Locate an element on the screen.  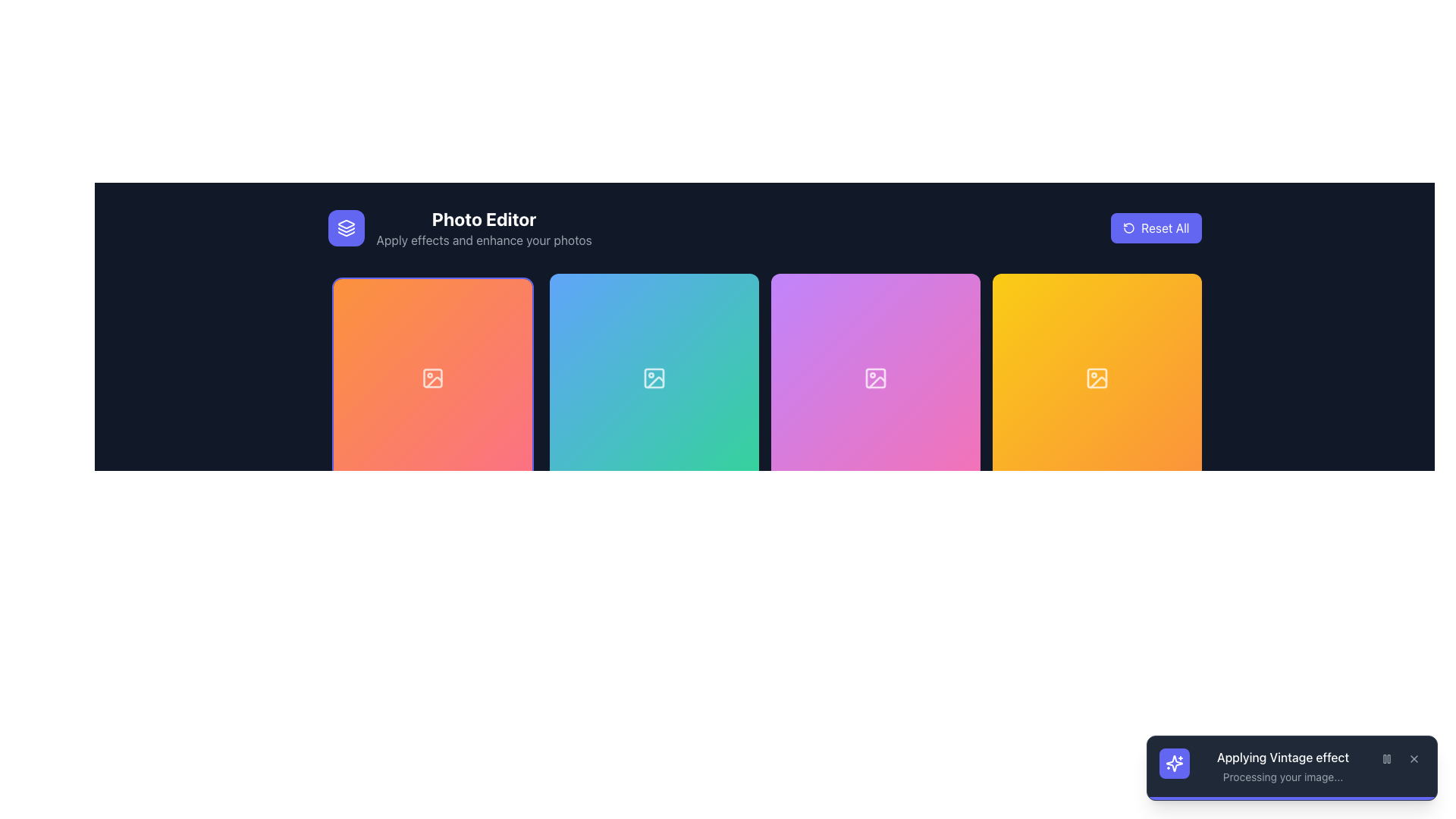
the graphical element located in the bottom-right corner of the second card, which is part of a set of four cards displayed in a row is located at coordinates (654, 377).